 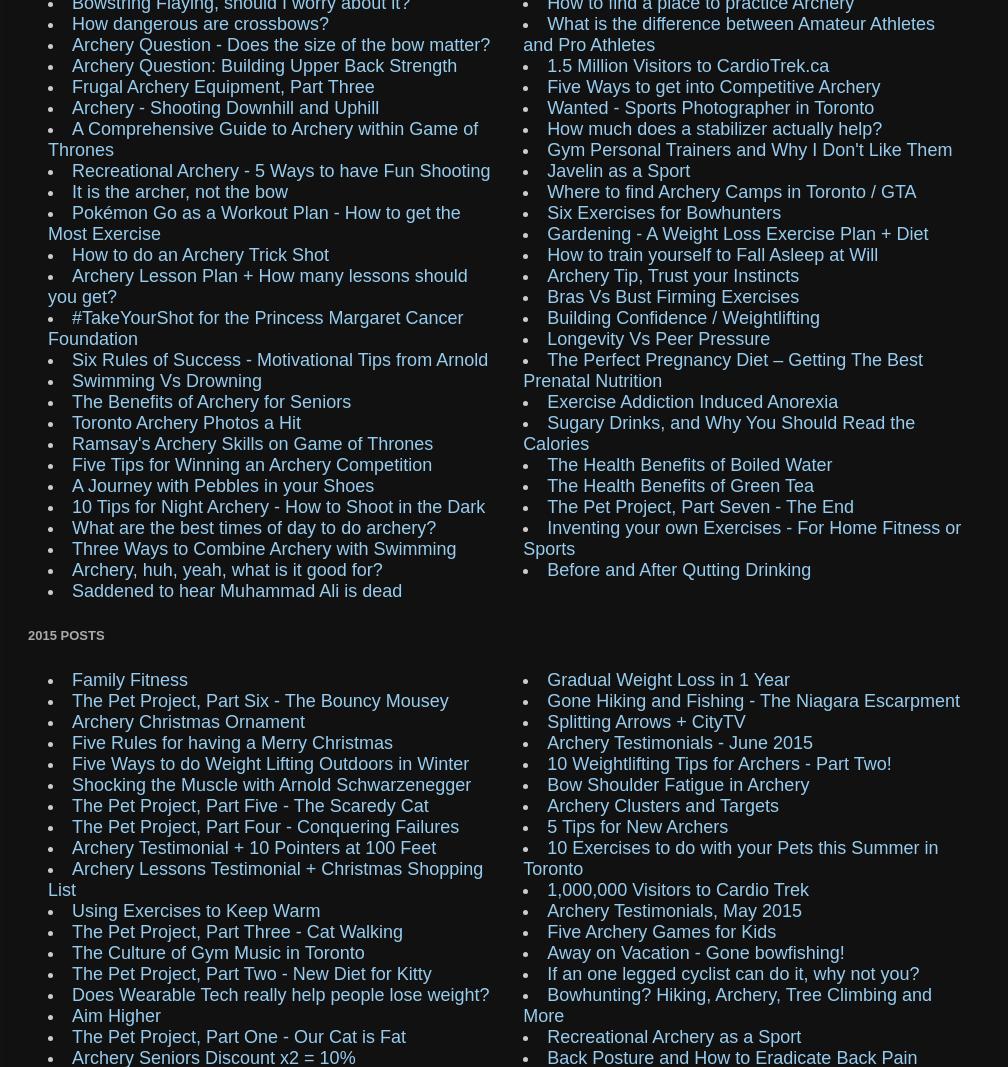 What do you see at coordinates (737, 233) in the screenshot?
I see `'Gardening - A Weight Loss Exercise Plan + Diet'` at bounding box center [737, 233].